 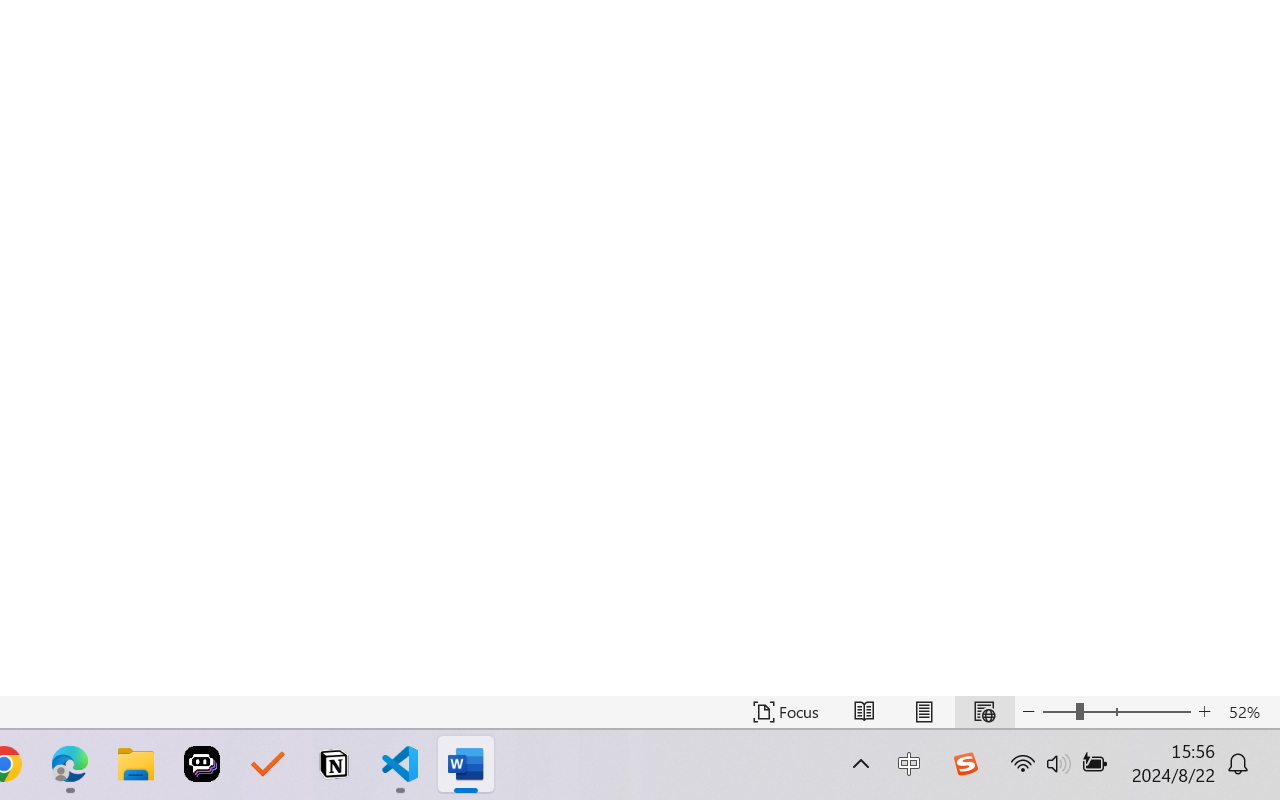 What do you see at coordinates (864, 711) in the screenshot?
I see `'Read Mode'` at bounding box center [864, 711].